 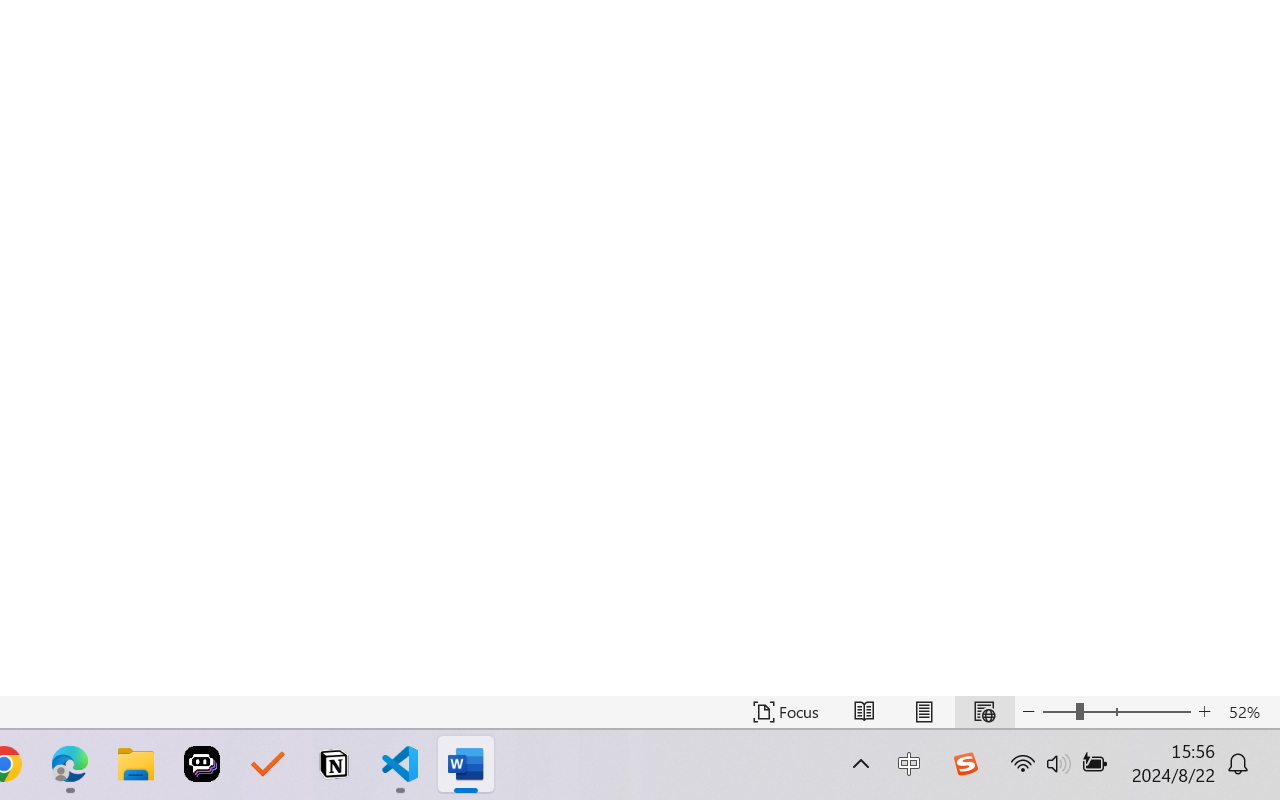 What do you see at coordinates (864, 711) in the screenshot?
I see `'Read Mode'` at bounding box center [864, 711].